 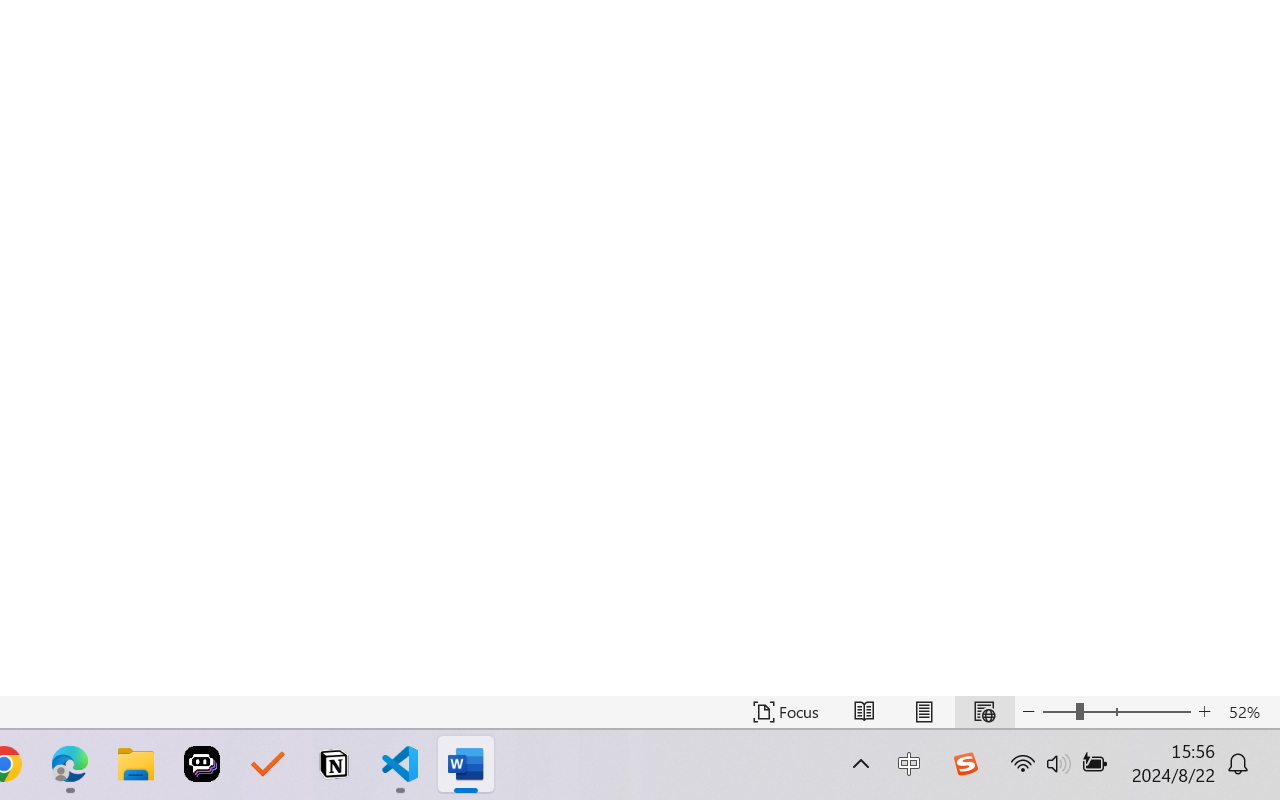 What do you see at coordinates (864, 711) in the screenshot?
I see `'Read Mode'` at bounding box center [864, 711].